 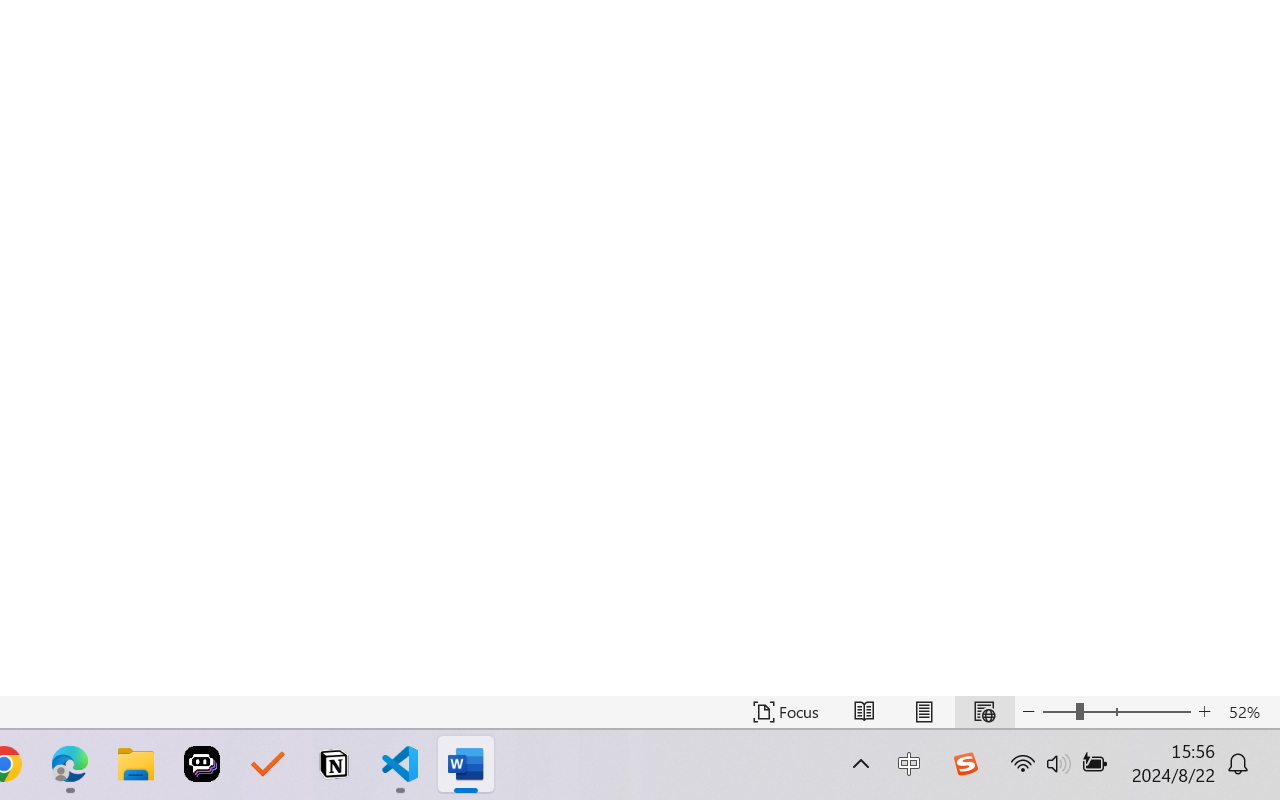 What do you see at coordinates (864, 711) in the screenshot?
I see `'Read Mode'` at bounding box center [864, 711].